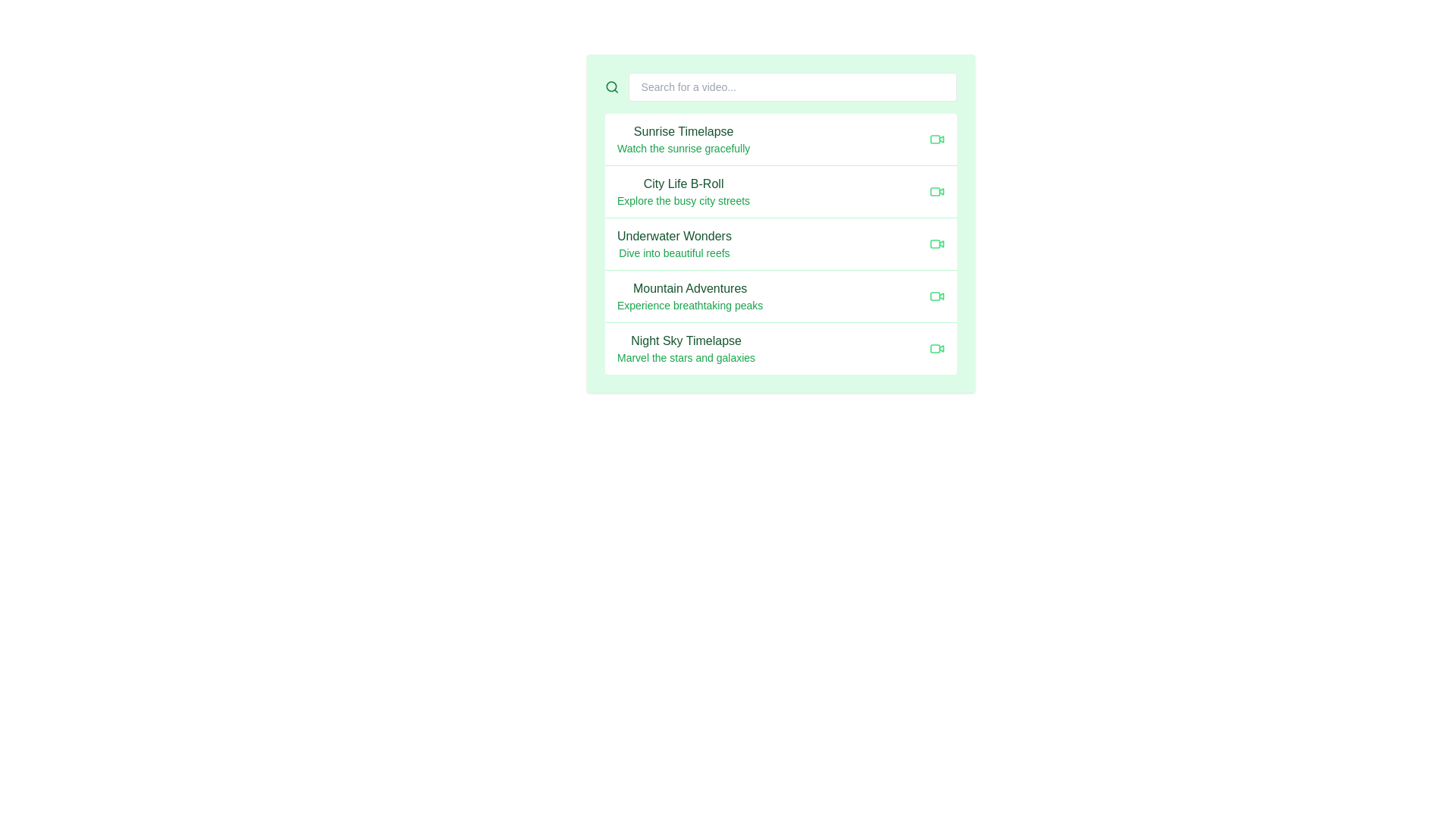 This screenshot has height=819, width=1456. I want to click on the Text Label that reads 'Marvel the stars and galaxies', which is styled with a smaller font size and green color, located below the 'Night Sky Timelapse' heading, so click(686, 357).